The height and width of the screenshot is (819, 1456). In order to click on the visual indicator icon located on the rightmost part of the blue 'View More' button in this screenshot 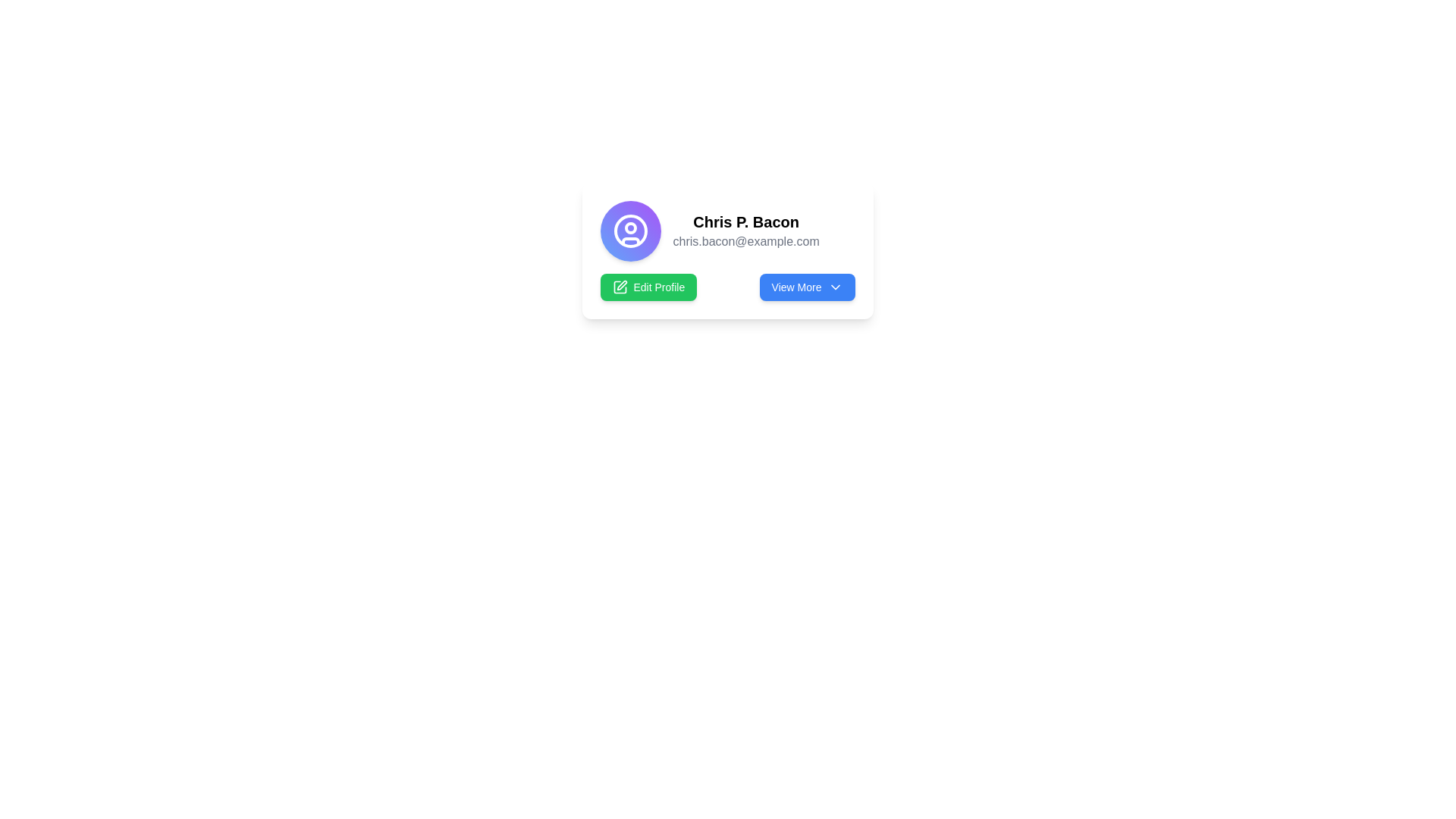, I will do `click(834, 287)`.